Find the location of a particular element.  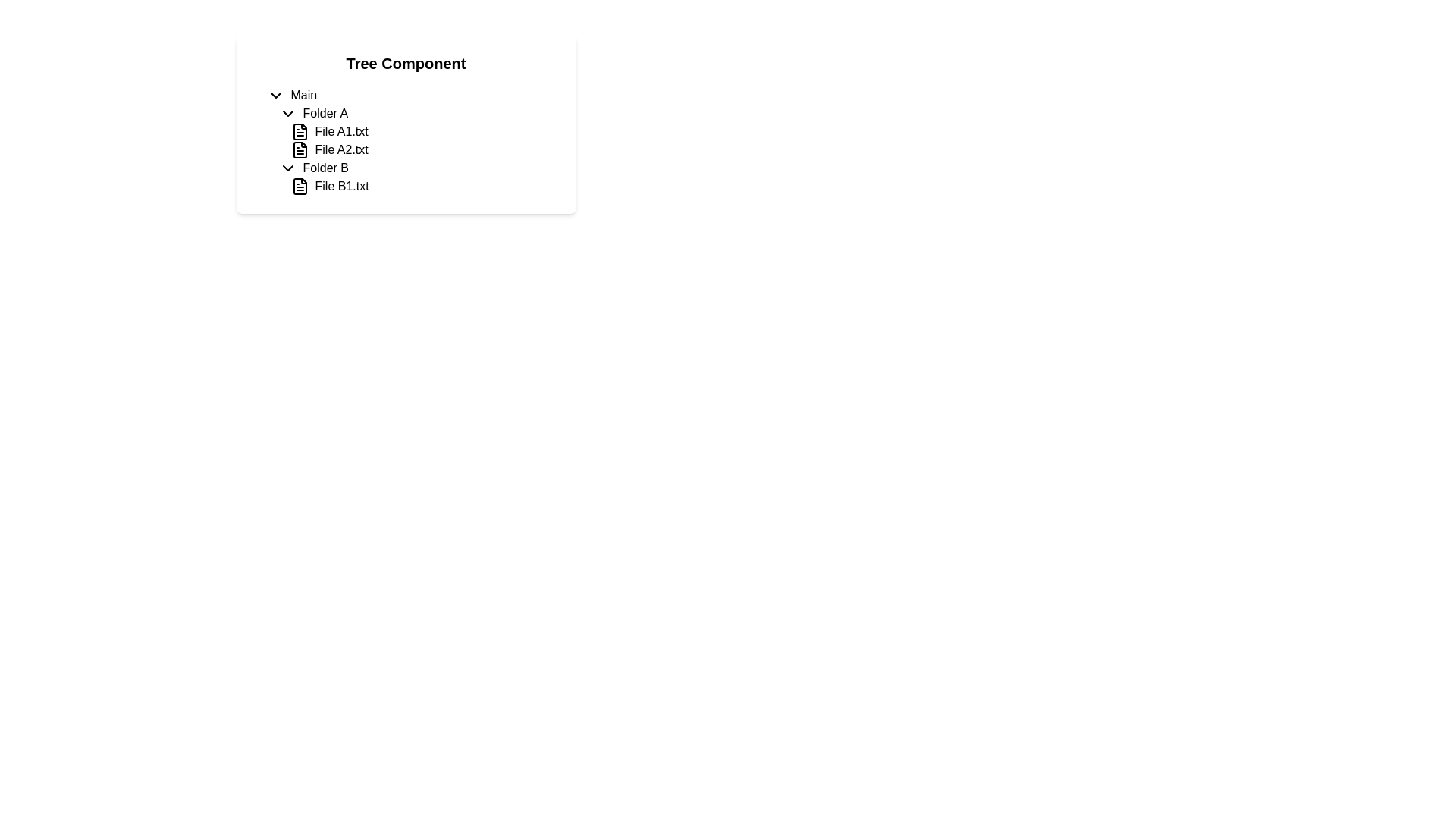

to select the file entry labeled 'File A2.txt' which is the second item under 'Folder A' in the hierarchical tree structure is located at coordinates (418, 149).